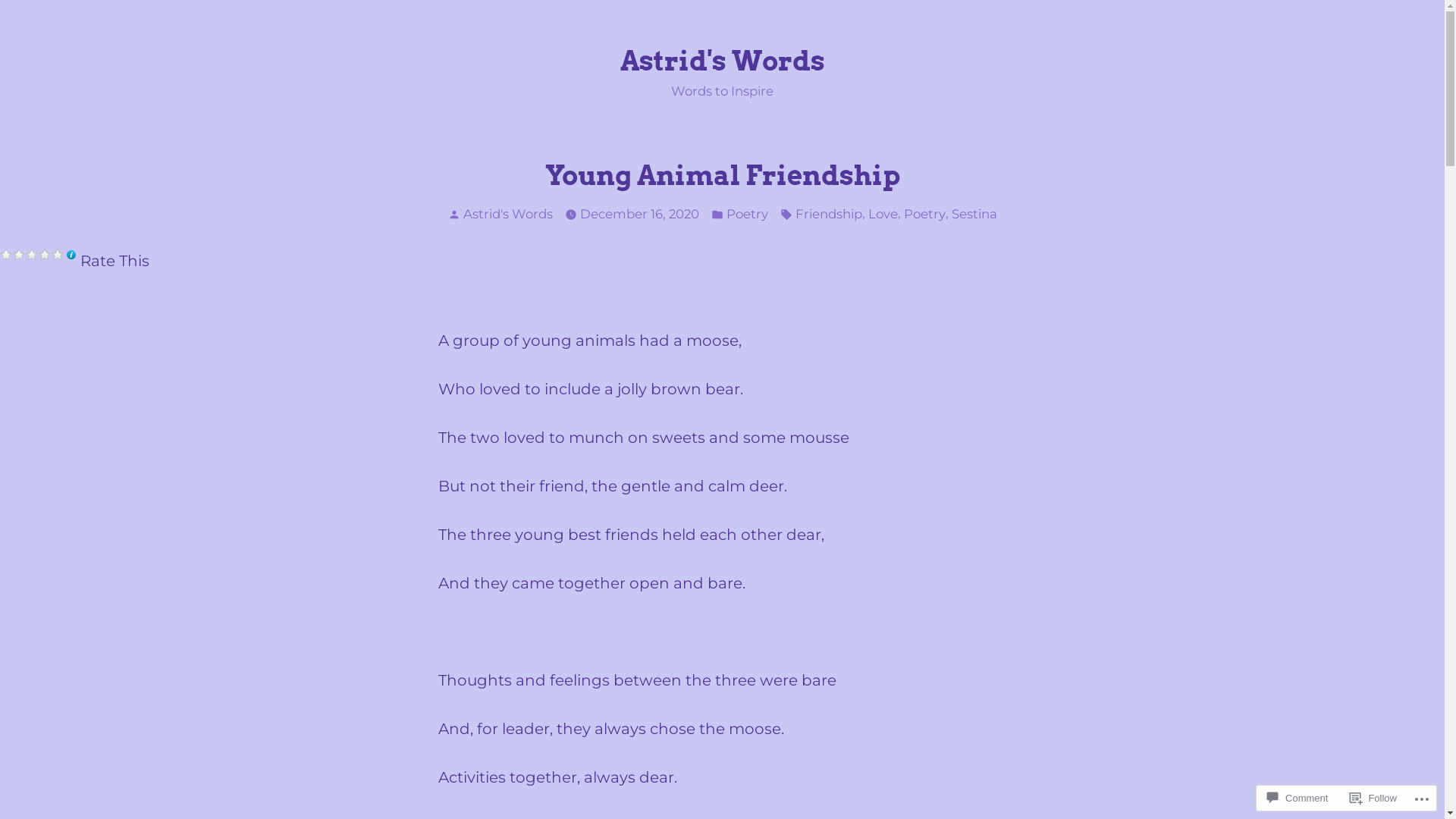  Describe the element at coordinates (639, 214) in the screenshot. I see `'December 16, 2020'` at that location.